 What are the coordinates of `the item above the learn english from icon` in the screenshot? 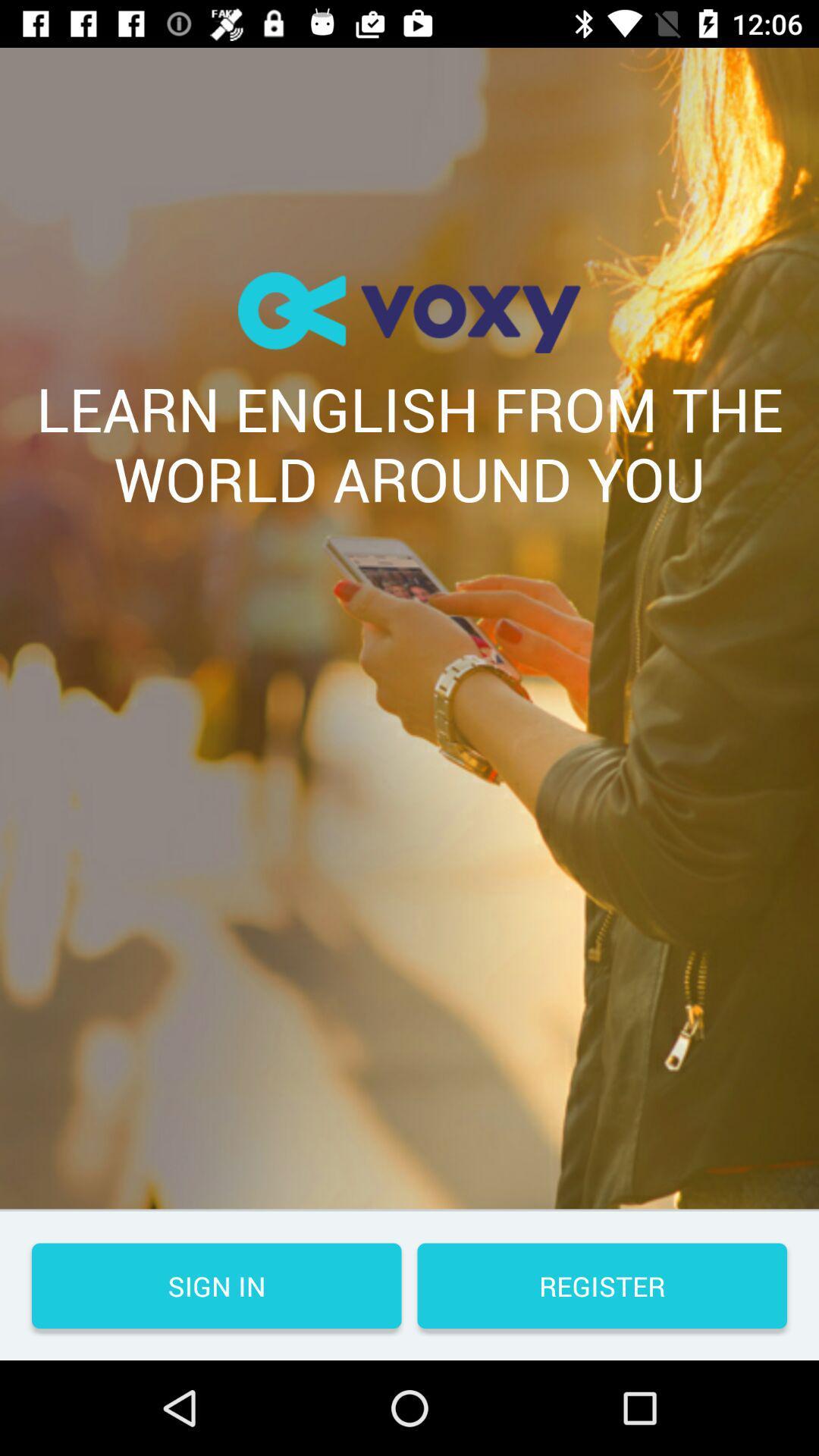 It's located at (409, 312).